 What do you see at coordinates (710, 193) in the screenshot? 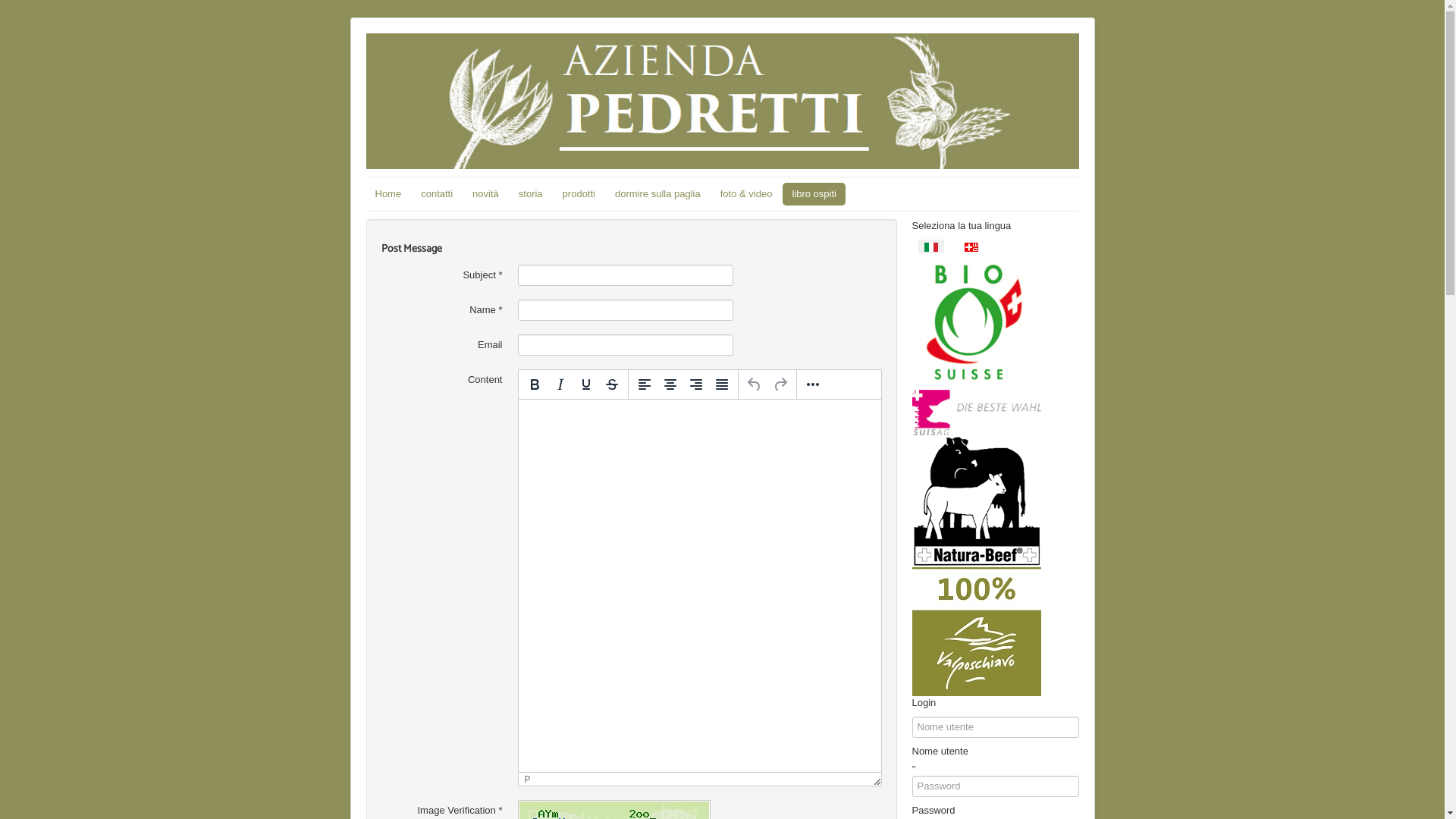
I see `'foto & video'` at bounding box center [710, 193].